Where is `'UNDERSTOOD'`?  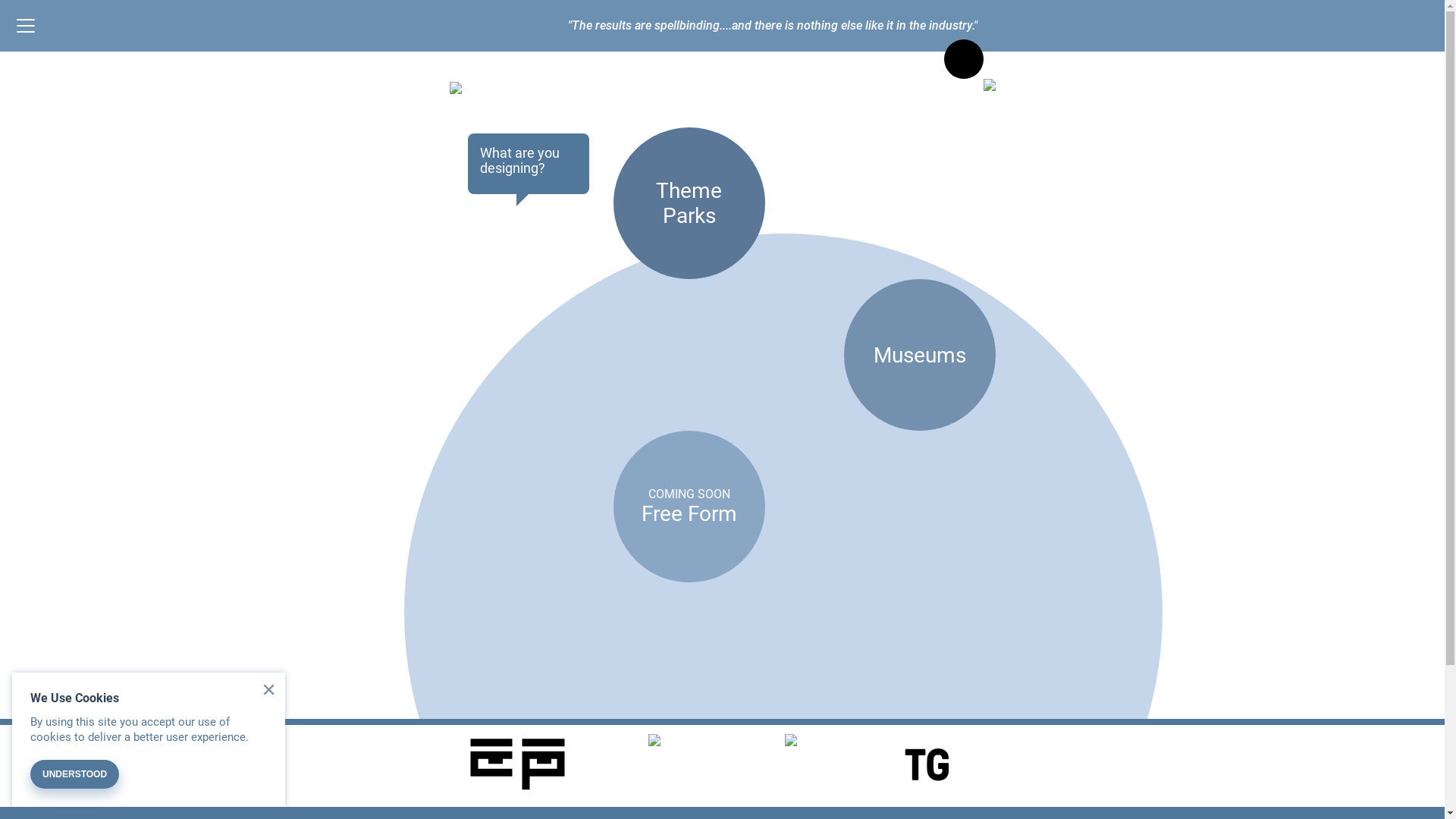
'UNDERSTOOD' is located at coordinates (74, 774).